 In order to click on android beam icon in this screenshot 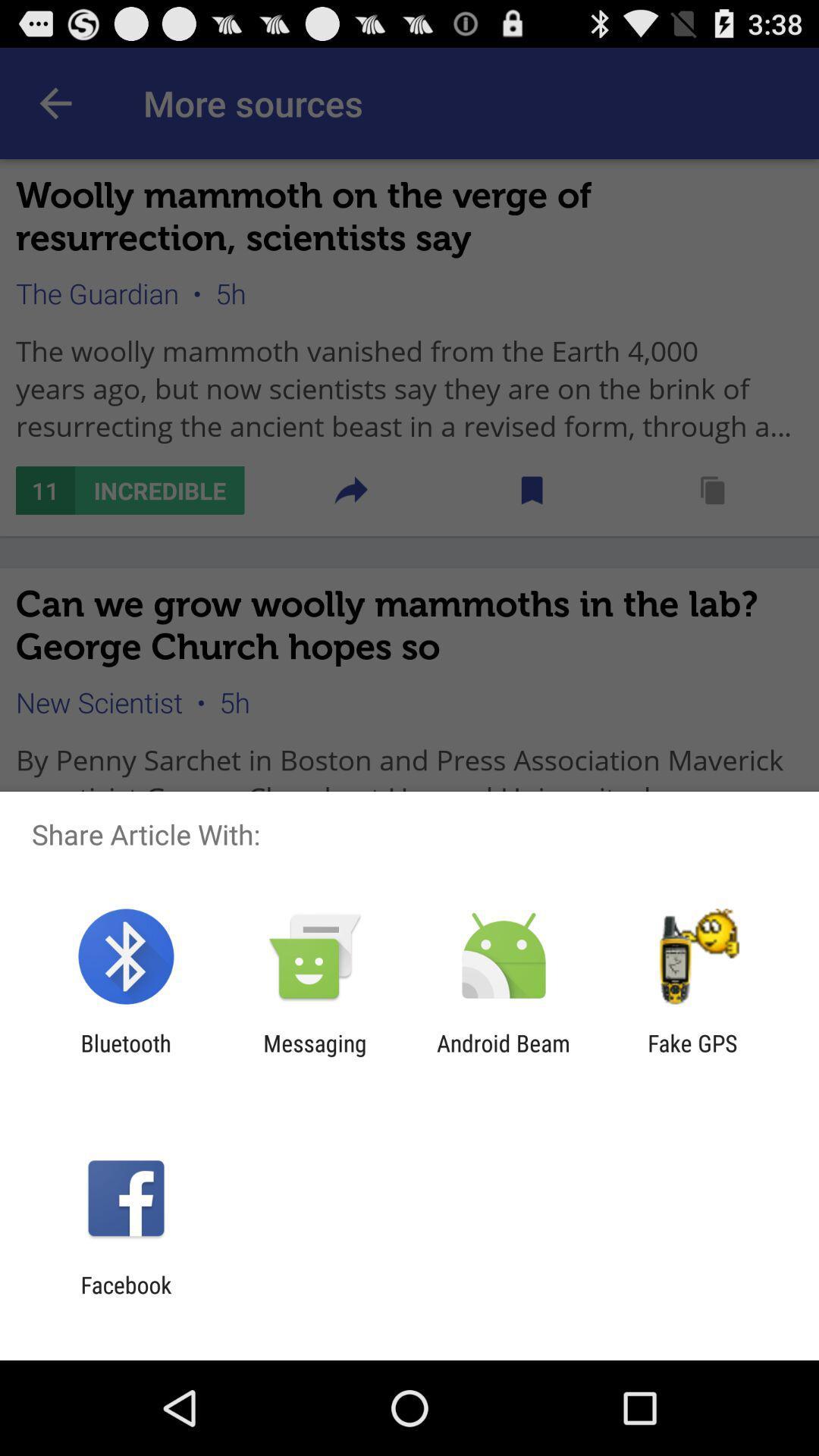, I will do `click(504, 1056)`.